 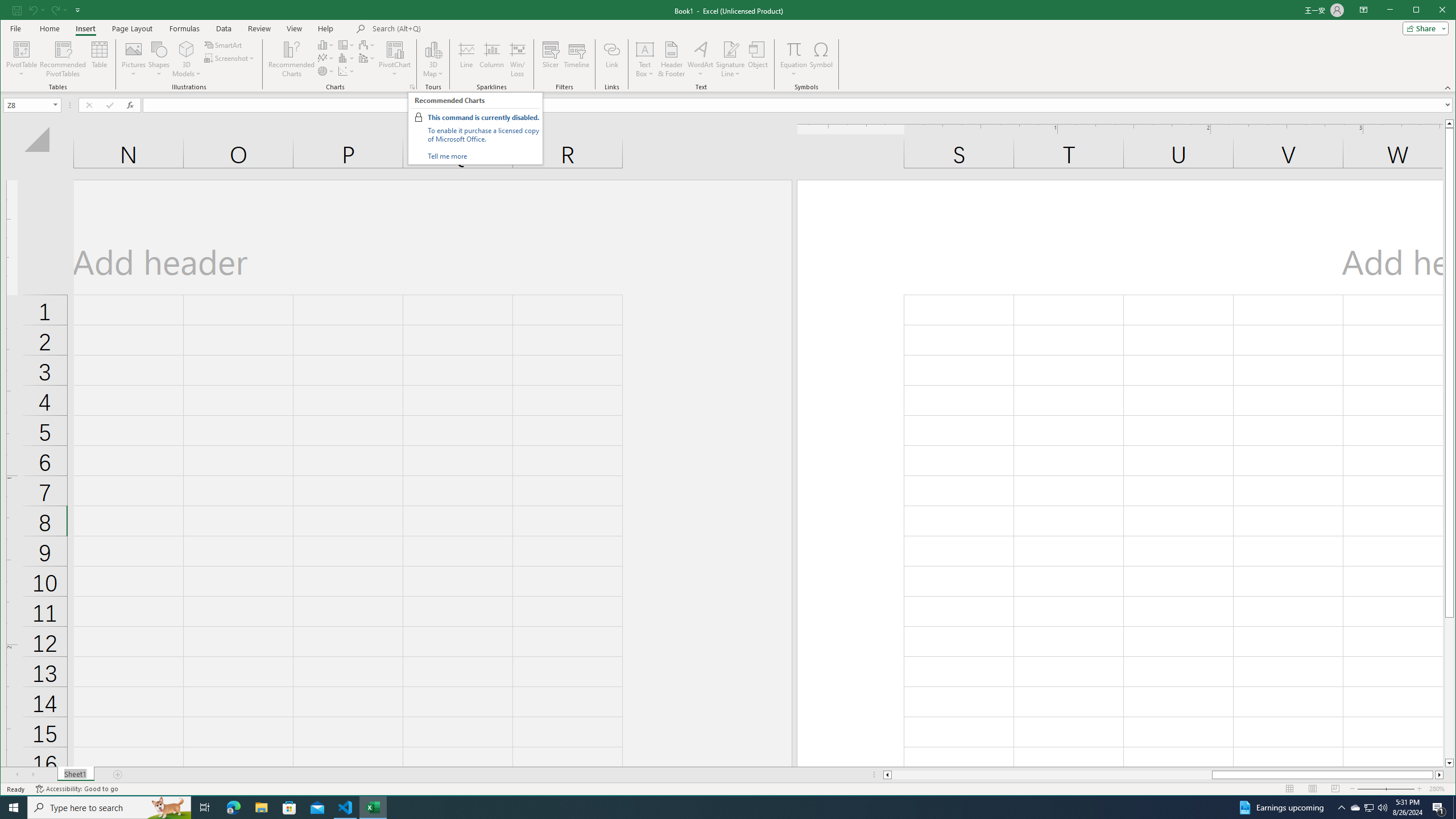 What do you see at coordinates (482, 117) in the screenshot?
I see `'This command is currently disabled.'` at bounding box center [482, 117].